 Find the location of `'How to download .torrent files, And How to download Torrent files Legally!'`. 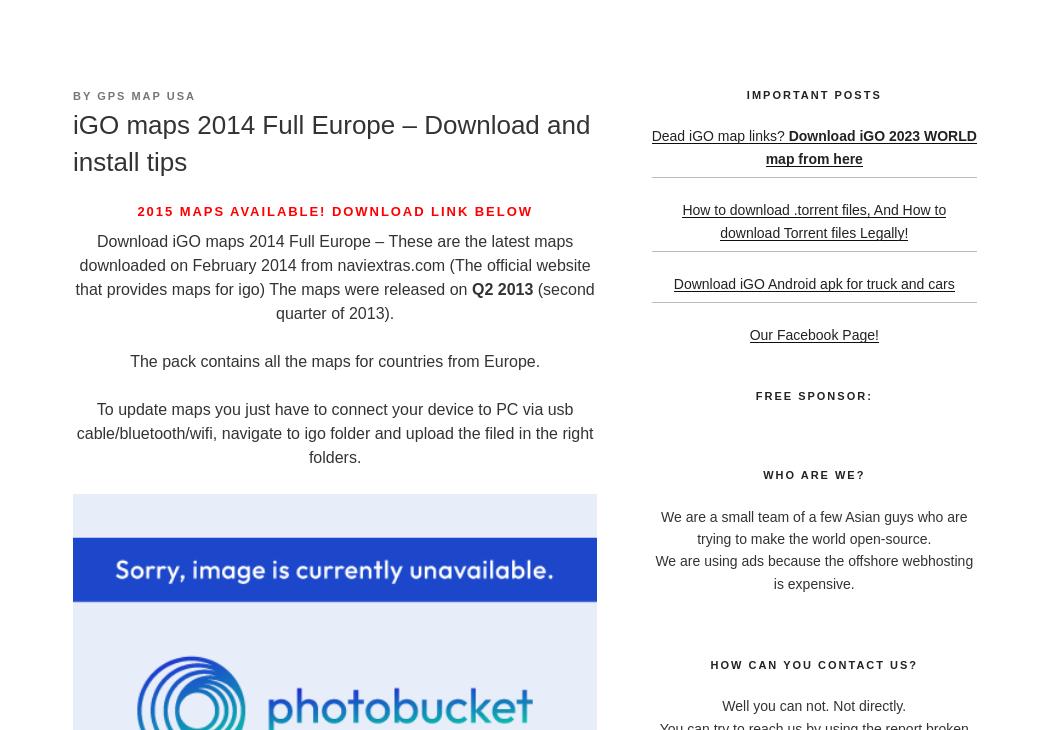

'How to download .torrent files, And How to download Torrent files Legally!' is located at coordinates (812, 220).